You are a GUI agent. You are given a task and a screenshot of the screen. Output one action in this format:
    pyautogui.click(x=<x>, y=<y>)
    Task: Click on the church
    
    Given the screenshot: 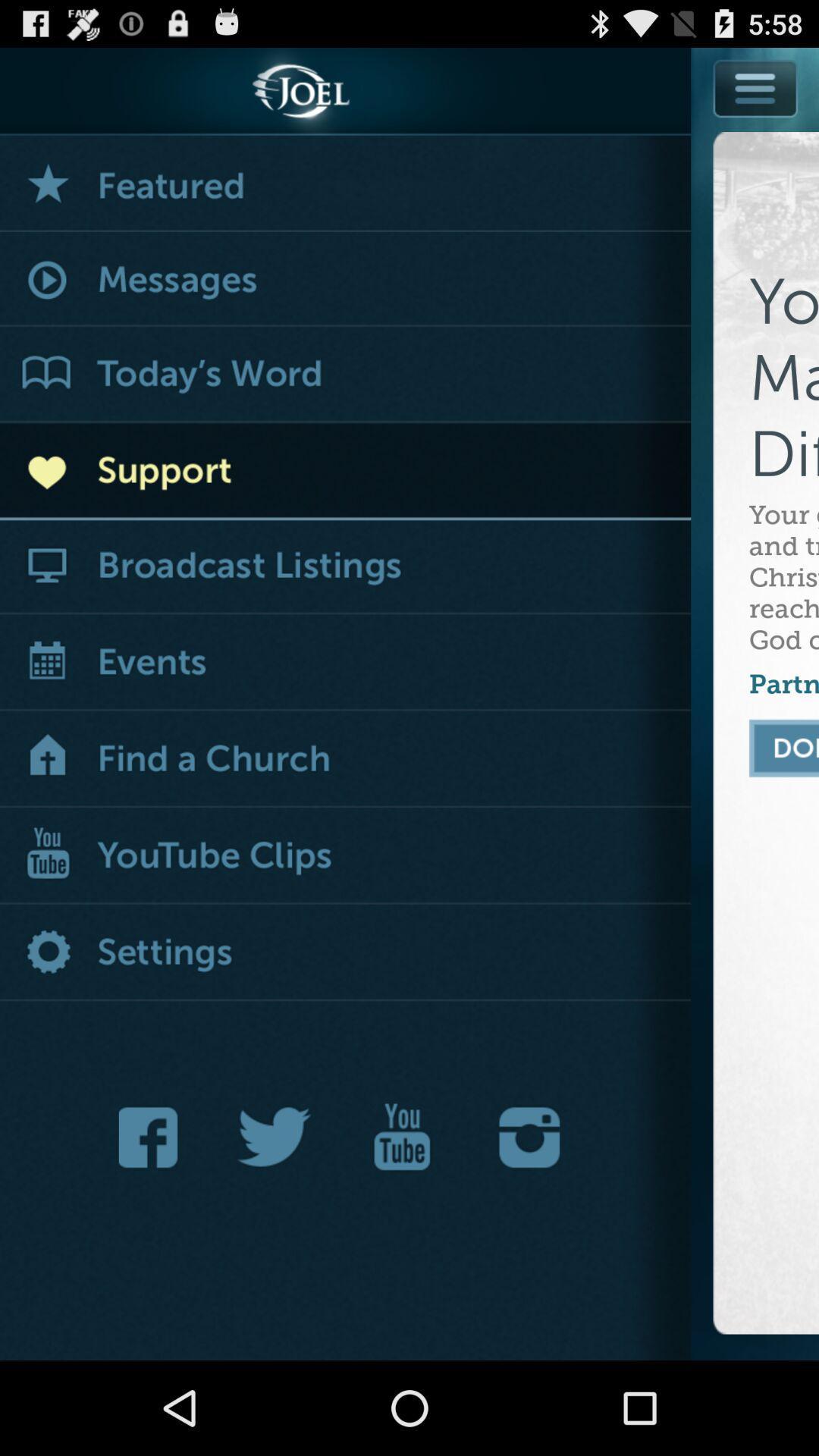 What is the action you would take?
    pyautogui.click(x=345, y=760)
    